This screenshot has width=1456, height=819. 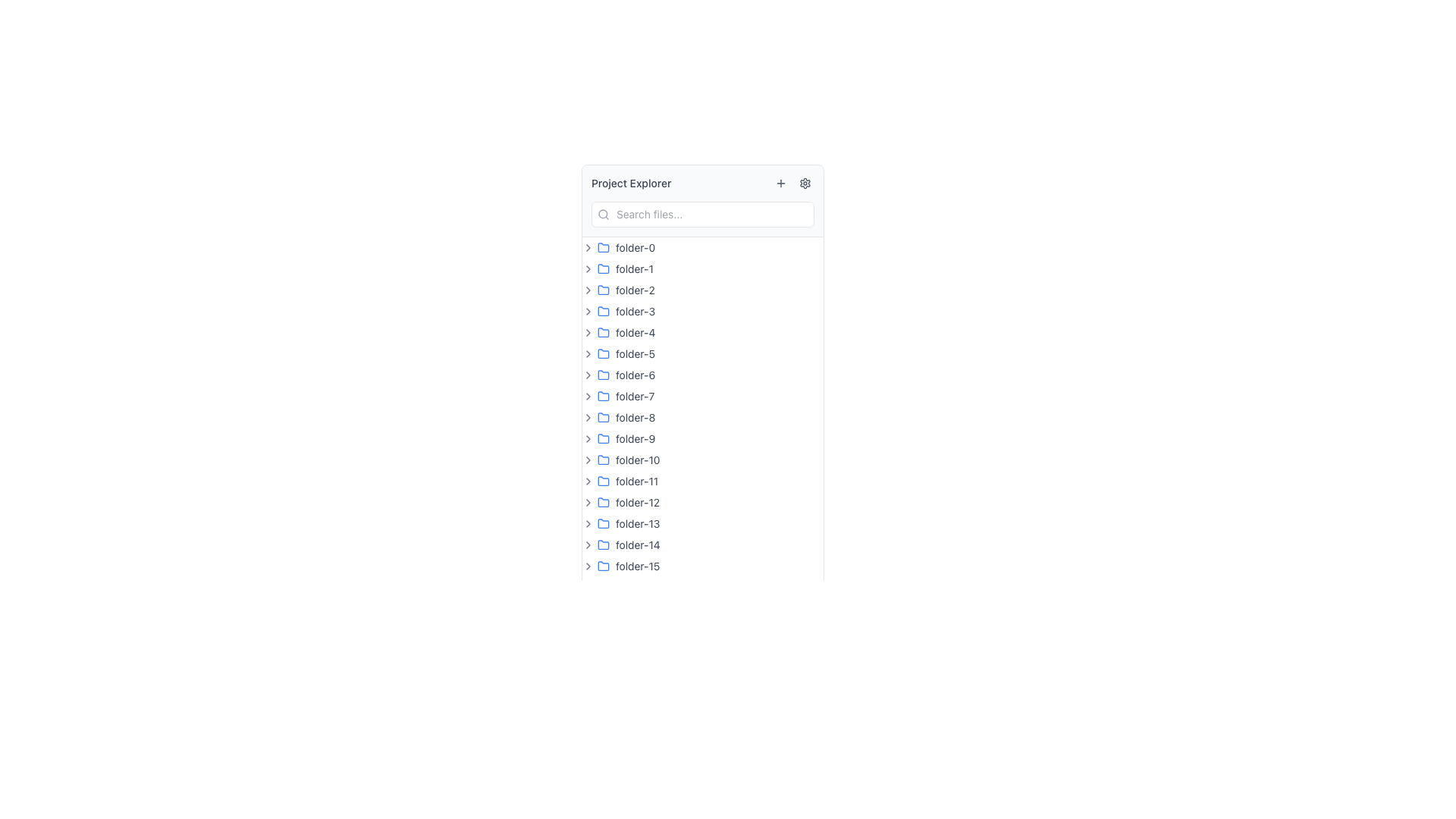 What do you see at coordinates (603, 543) in the screenshot?
I see `the folder icon representing 'folder-14', which is the fourteenth entry in the vertically listed folder hierarchy` at bounding box center [603, 543].